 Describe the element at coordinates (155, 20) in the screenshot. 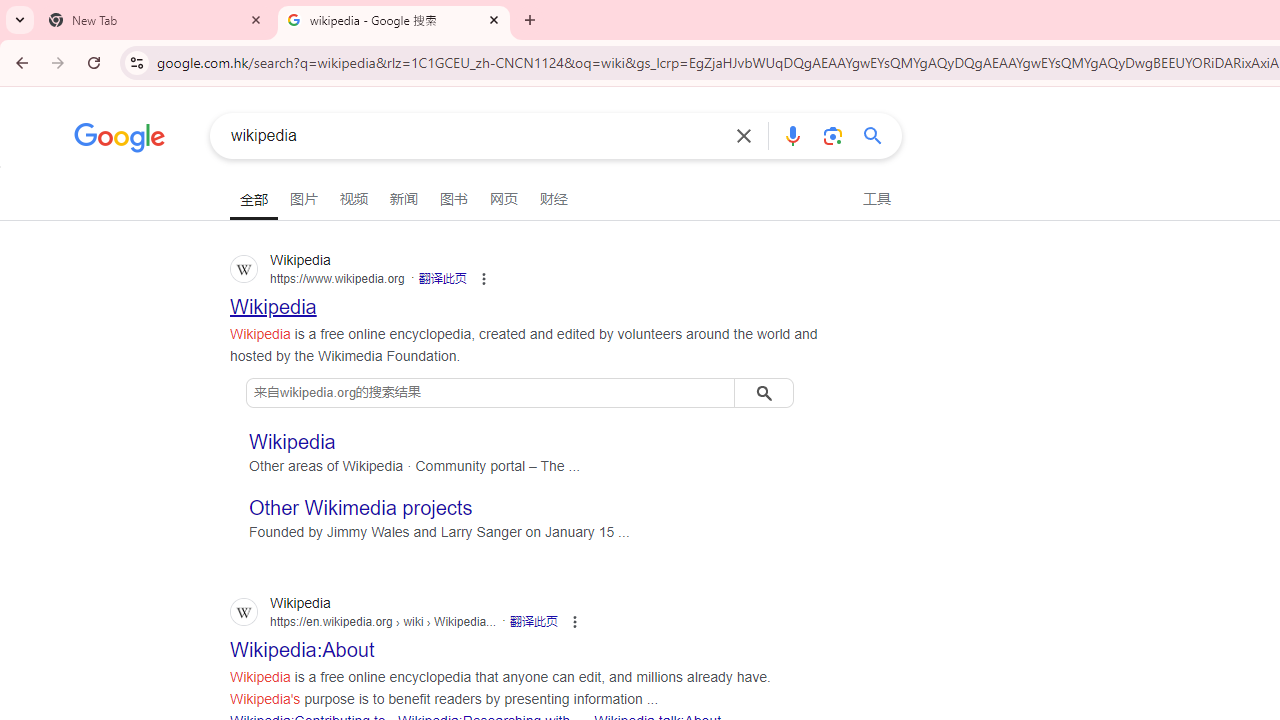

I see `'New Tab'` at that location.